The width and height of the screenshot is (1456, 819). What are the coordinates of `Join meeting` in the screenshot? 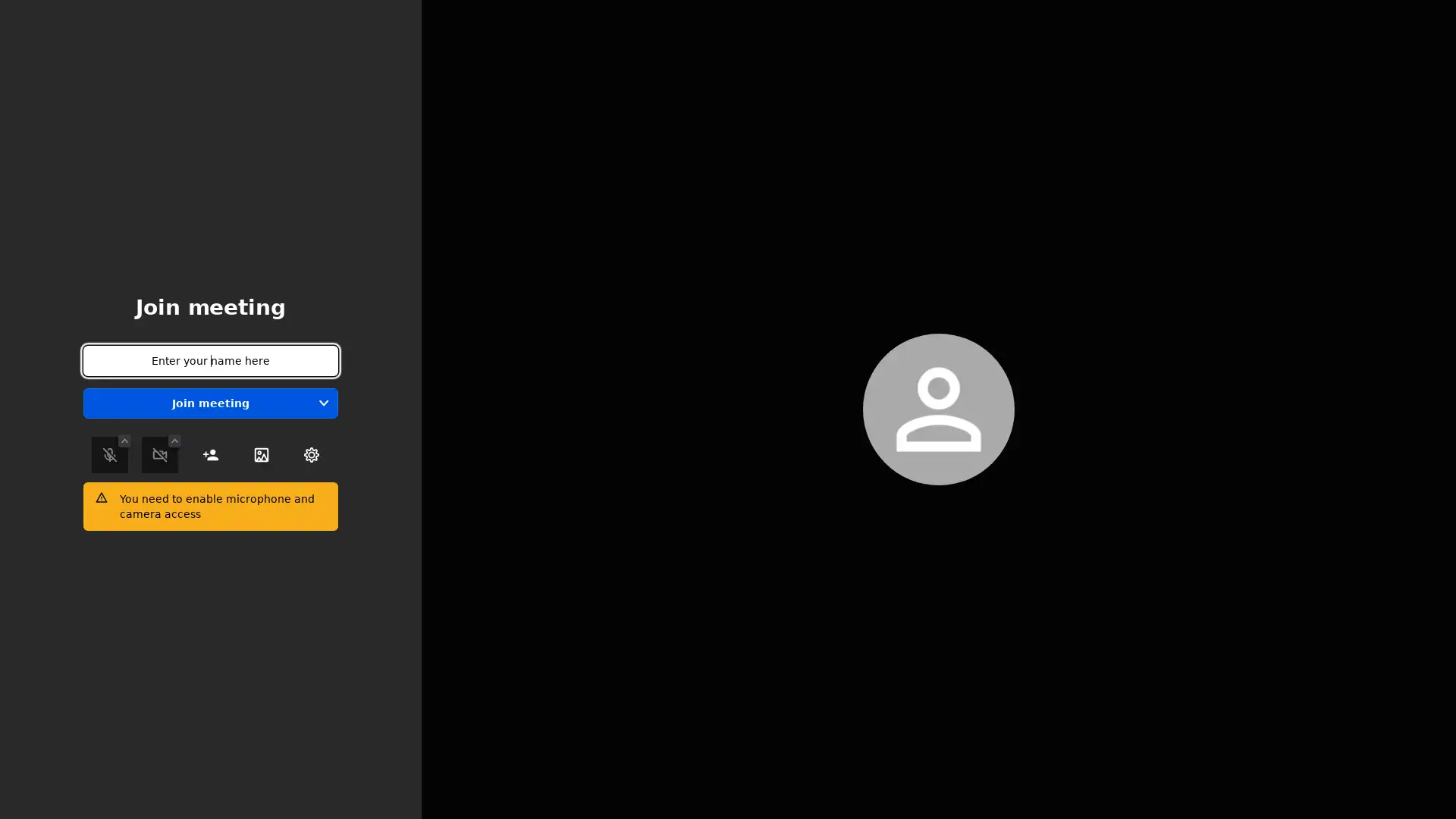 It's located at (210, 403).